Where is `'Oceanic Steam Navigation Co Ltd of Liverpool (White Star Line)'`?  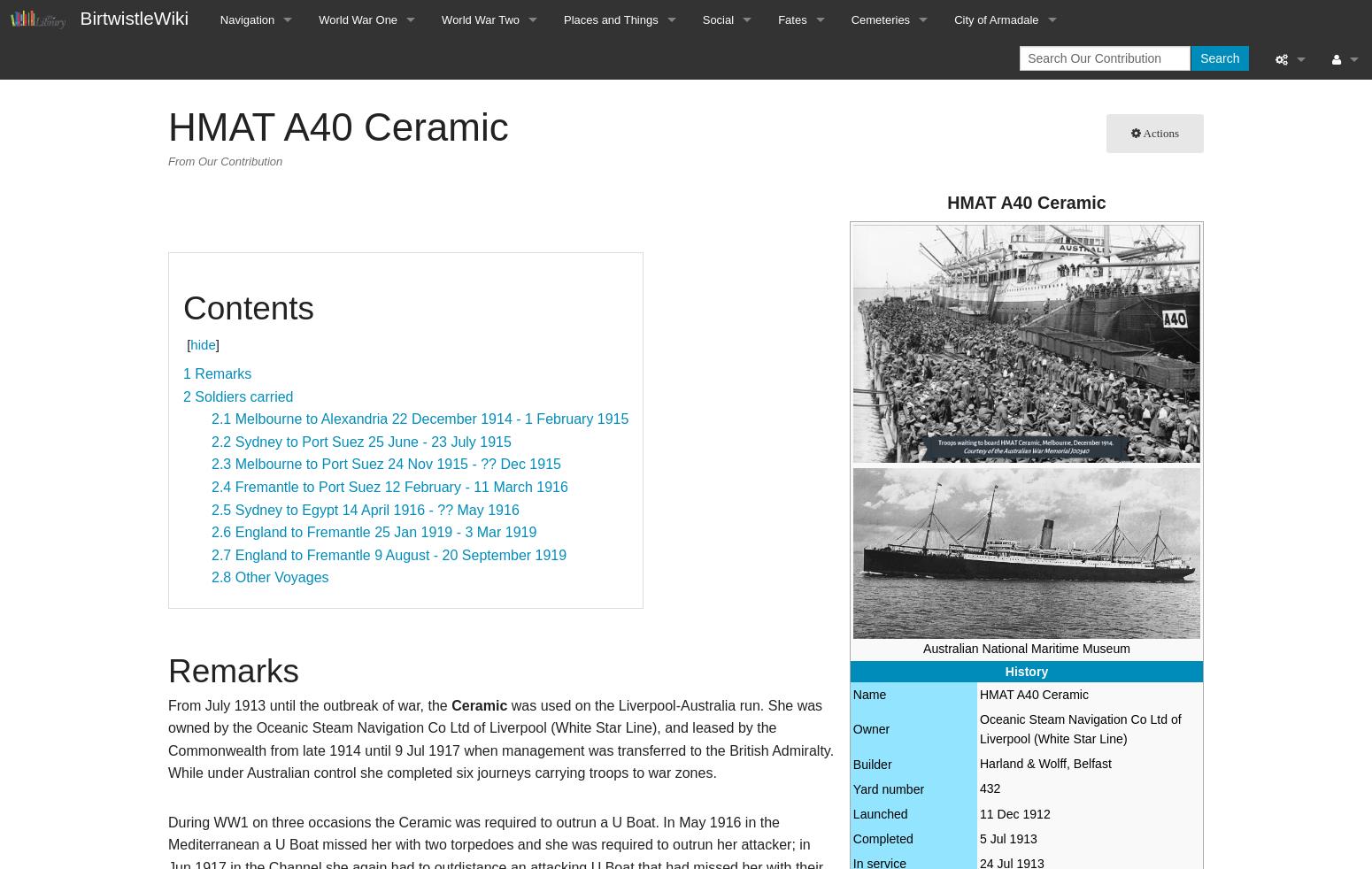
'Oceanic Steam Navigation Co Ltd of Liverpool (White Star Line)' is located at coordinates (1080, 728).